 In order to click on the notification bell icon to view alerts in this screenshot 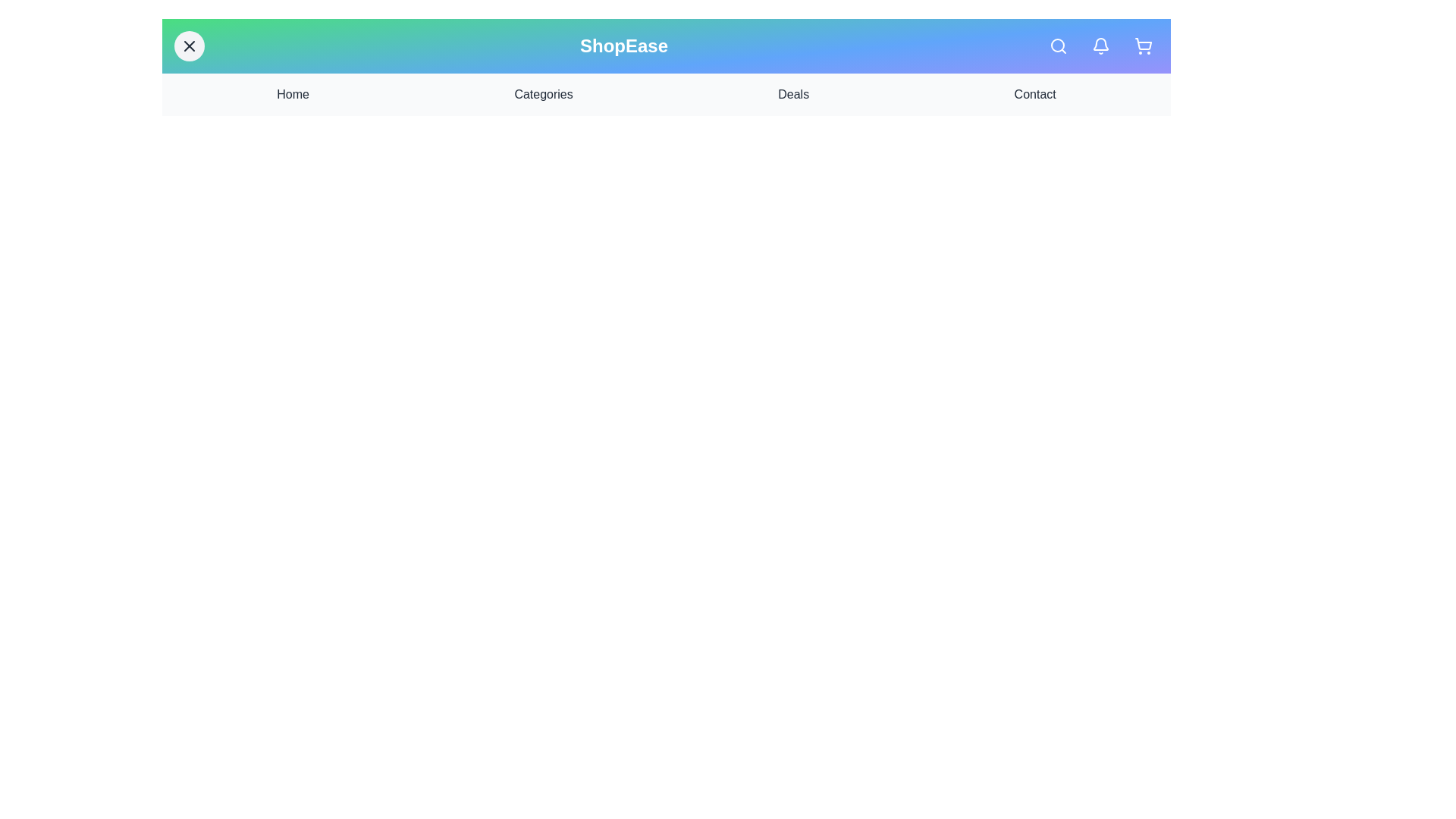, I will do `click(1100, 45)`.